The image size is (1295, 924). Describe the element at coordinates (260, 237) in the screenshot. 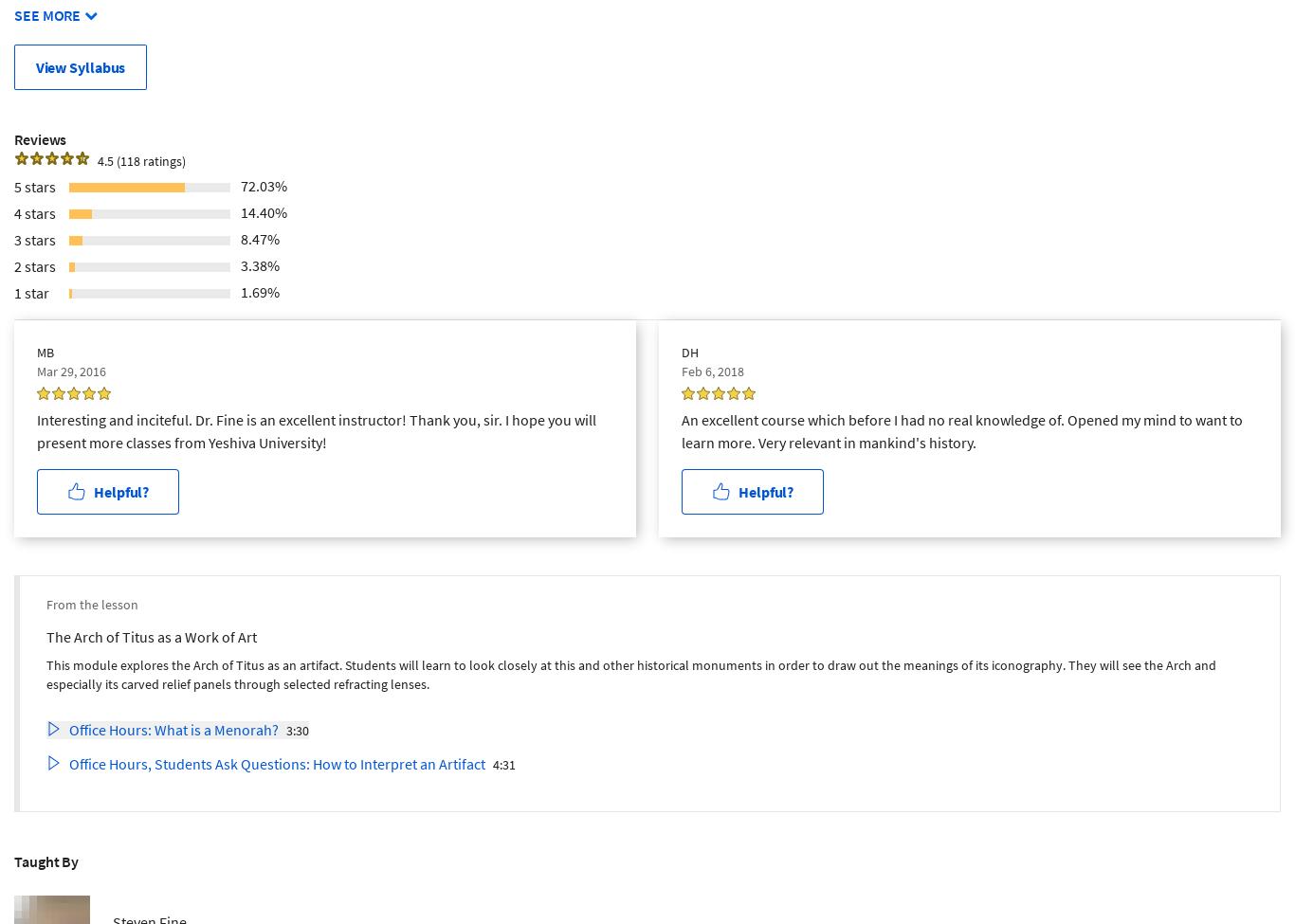

I see `'8.47%'` at that location.